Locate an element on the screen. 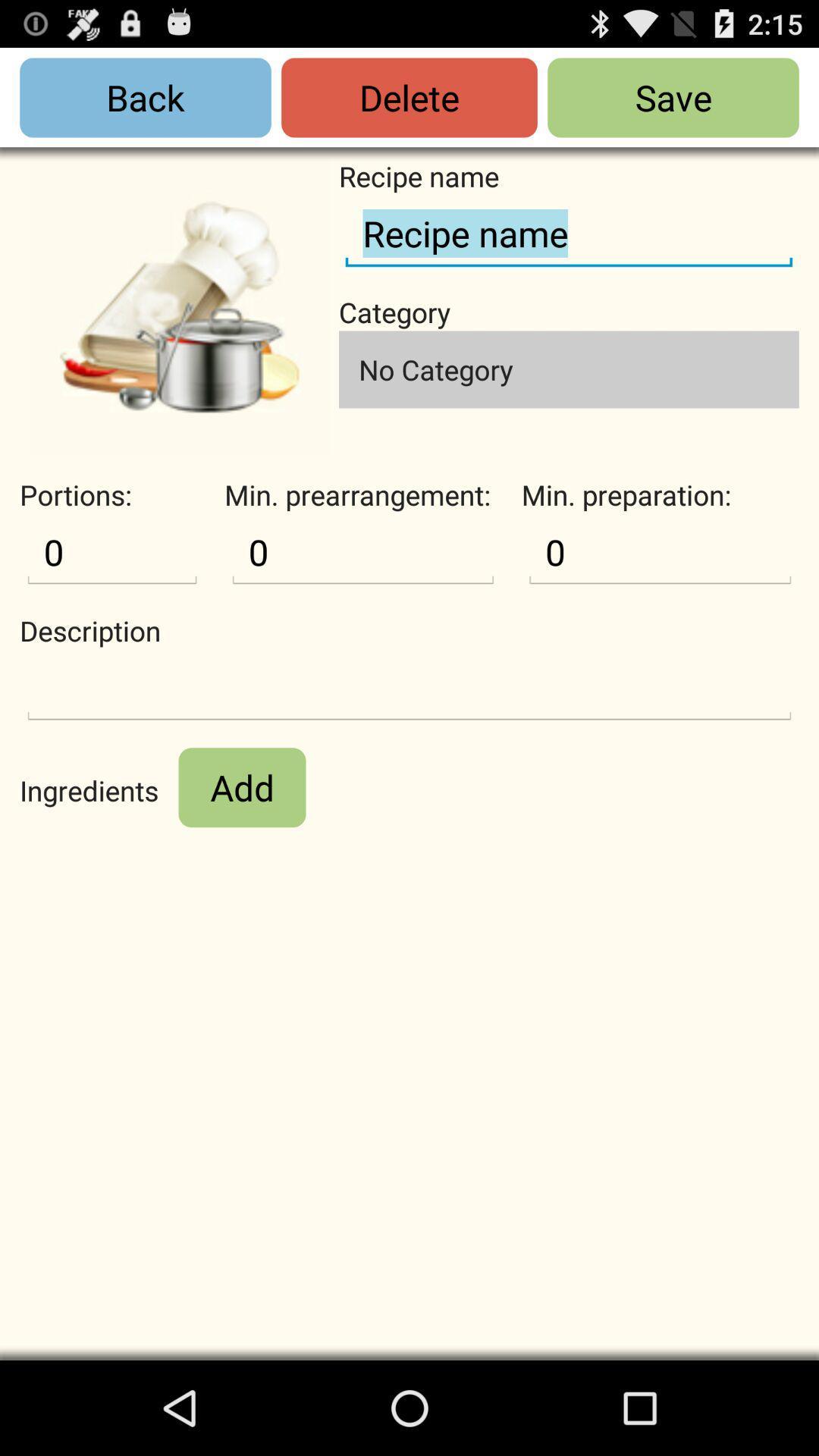 Image resolution: width=819 pixels, height=1456 pixels. write description is located at coordinates (409, 688).